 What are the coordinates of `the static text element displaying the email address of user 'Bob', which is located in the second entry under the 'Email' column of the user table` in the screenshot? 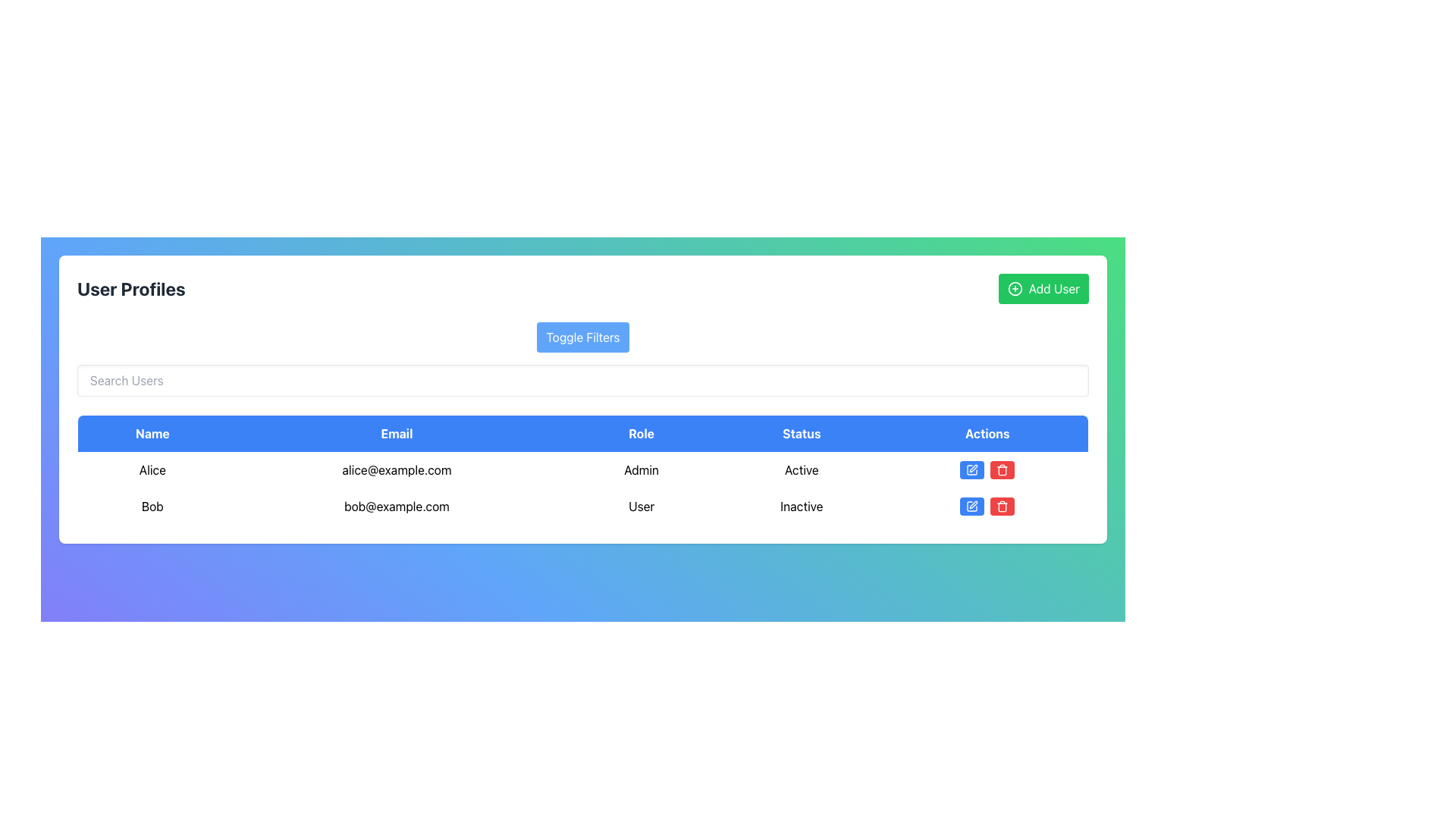 It's located at (397, 507).